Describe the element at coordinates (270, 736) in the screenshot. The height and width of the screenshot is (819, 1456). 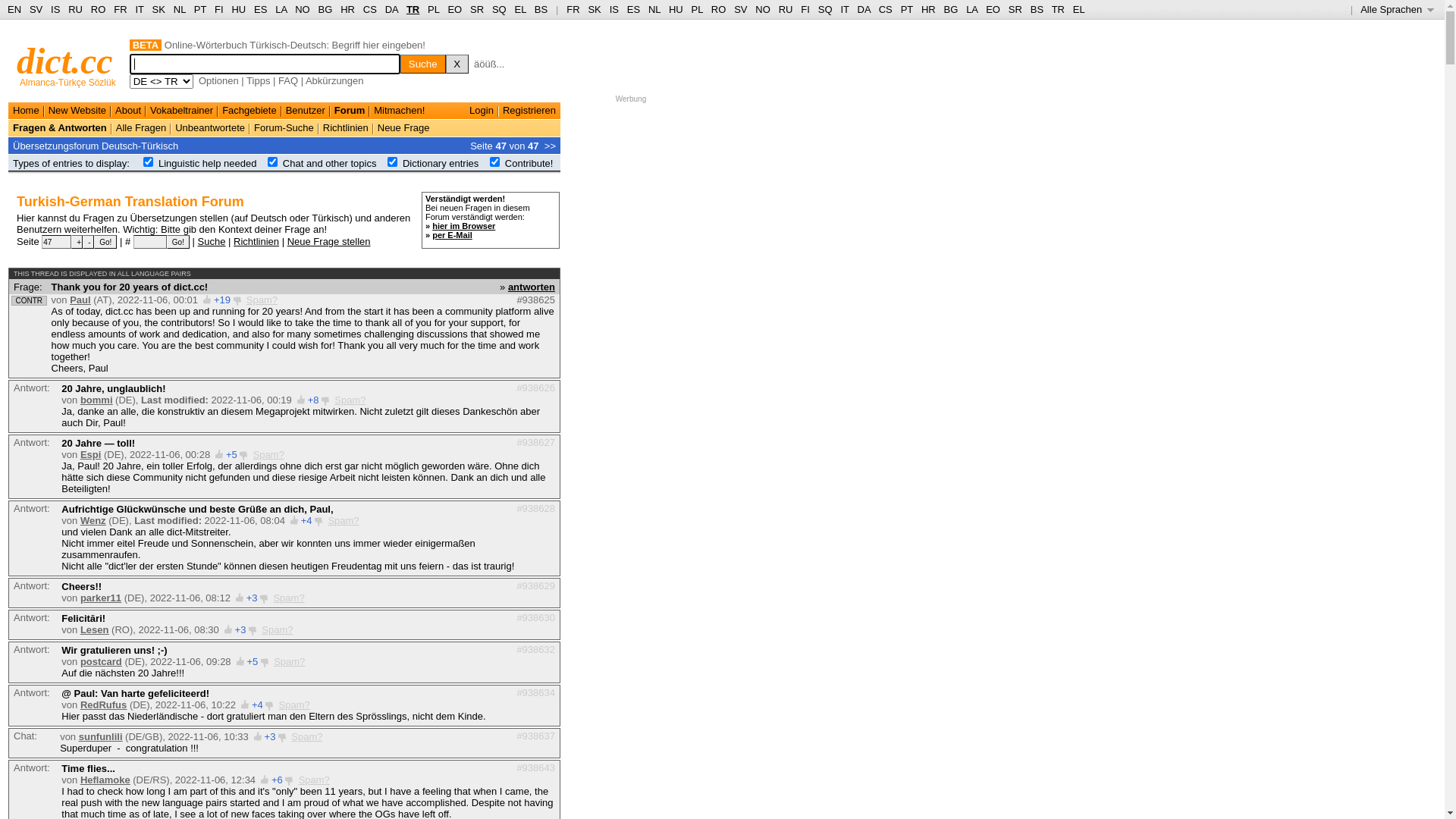
I see `'+3'` at that location.